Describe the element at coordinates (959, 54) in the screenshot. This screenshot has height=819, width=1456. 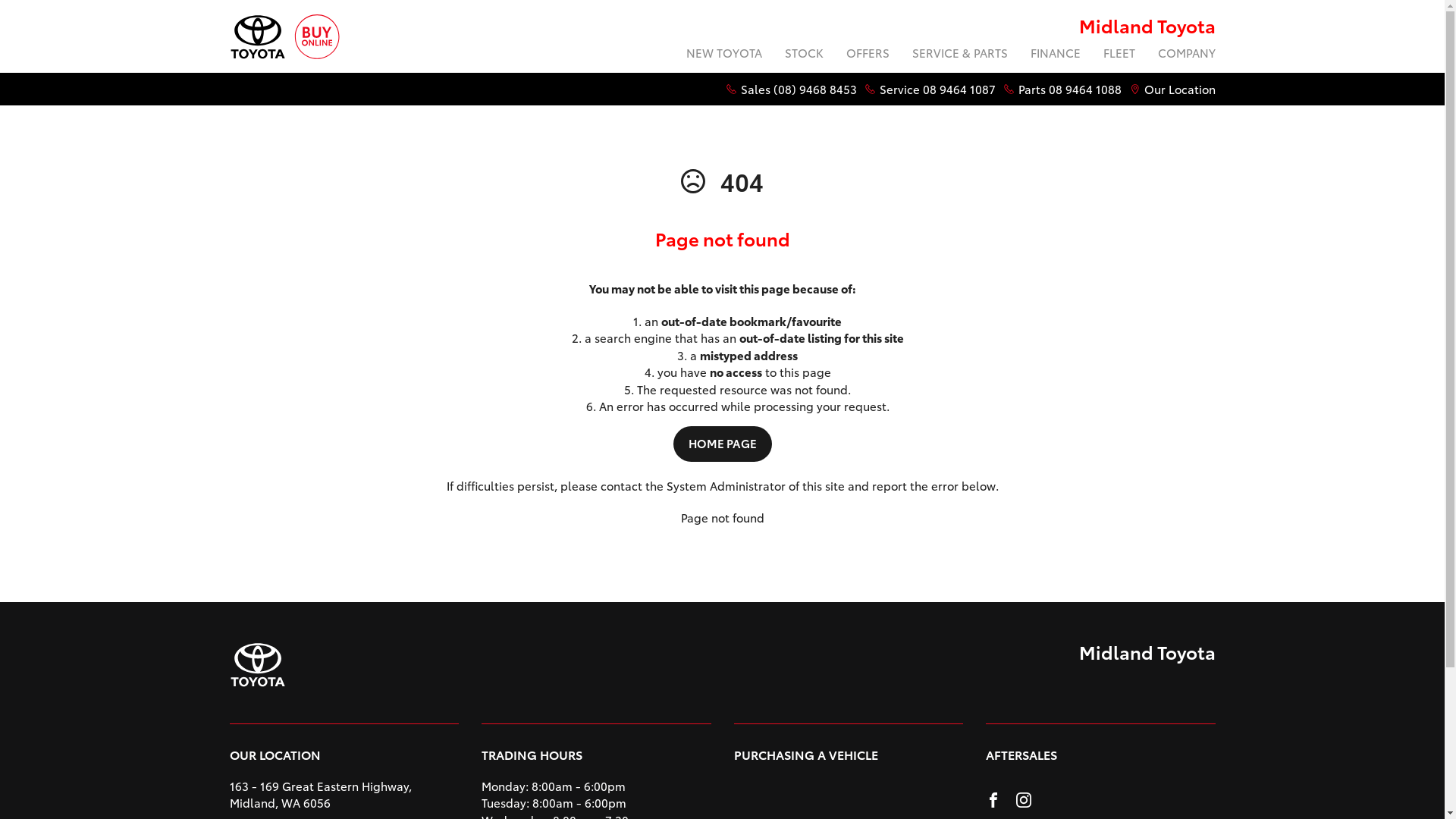
I see `'SERVICE & PARTS'` at that location.